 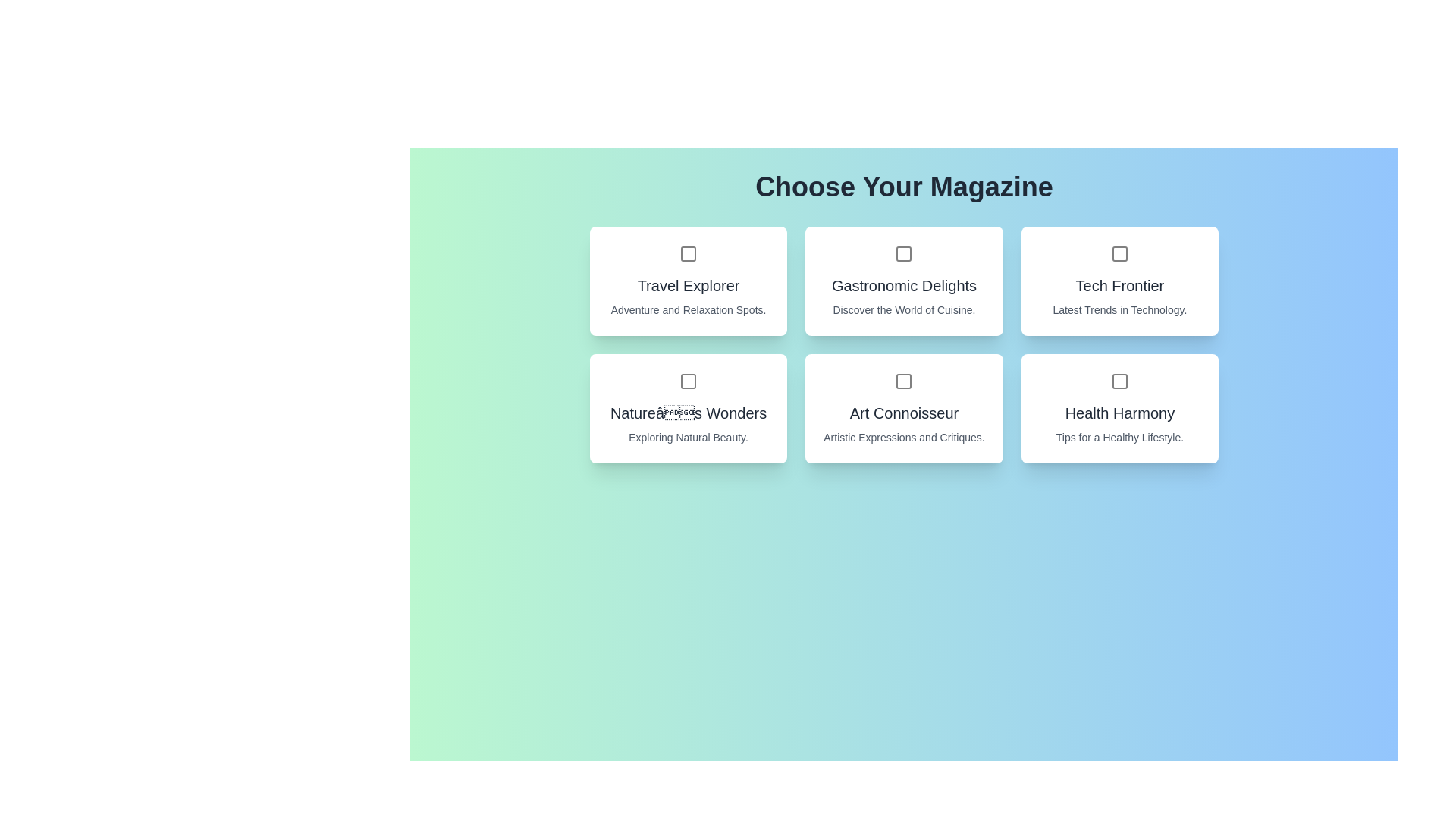 What do you see at coordinates (903, 408) in the screenshot?
I see `the magazine card titled 'Art Connoisseur' to observe its hover effect` at bounding box center [903, 408].